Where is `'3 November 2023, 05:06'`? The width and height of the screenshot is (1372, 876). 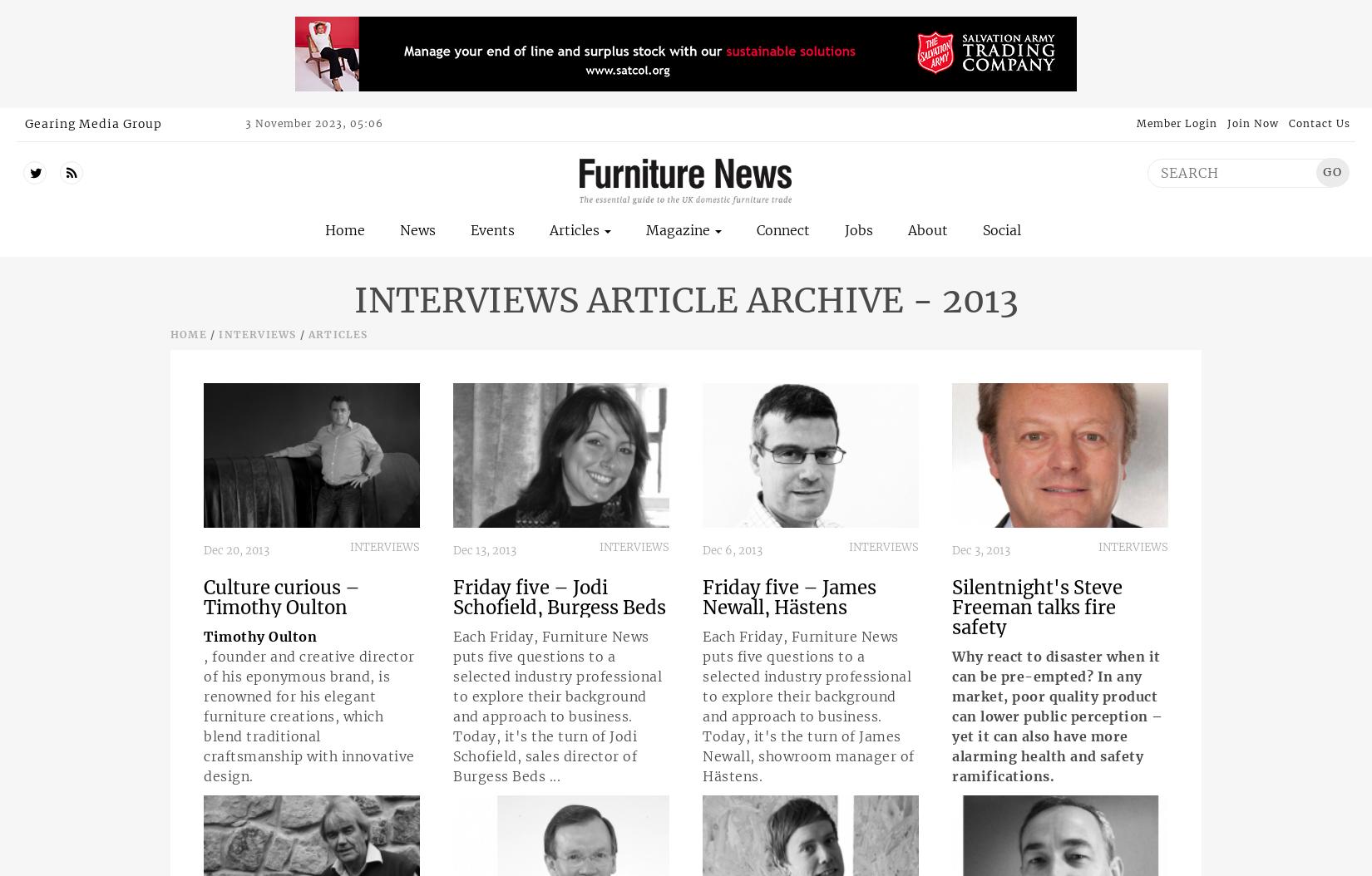 '3 November 2023, 05:06' is located at coordinates (314, 123).